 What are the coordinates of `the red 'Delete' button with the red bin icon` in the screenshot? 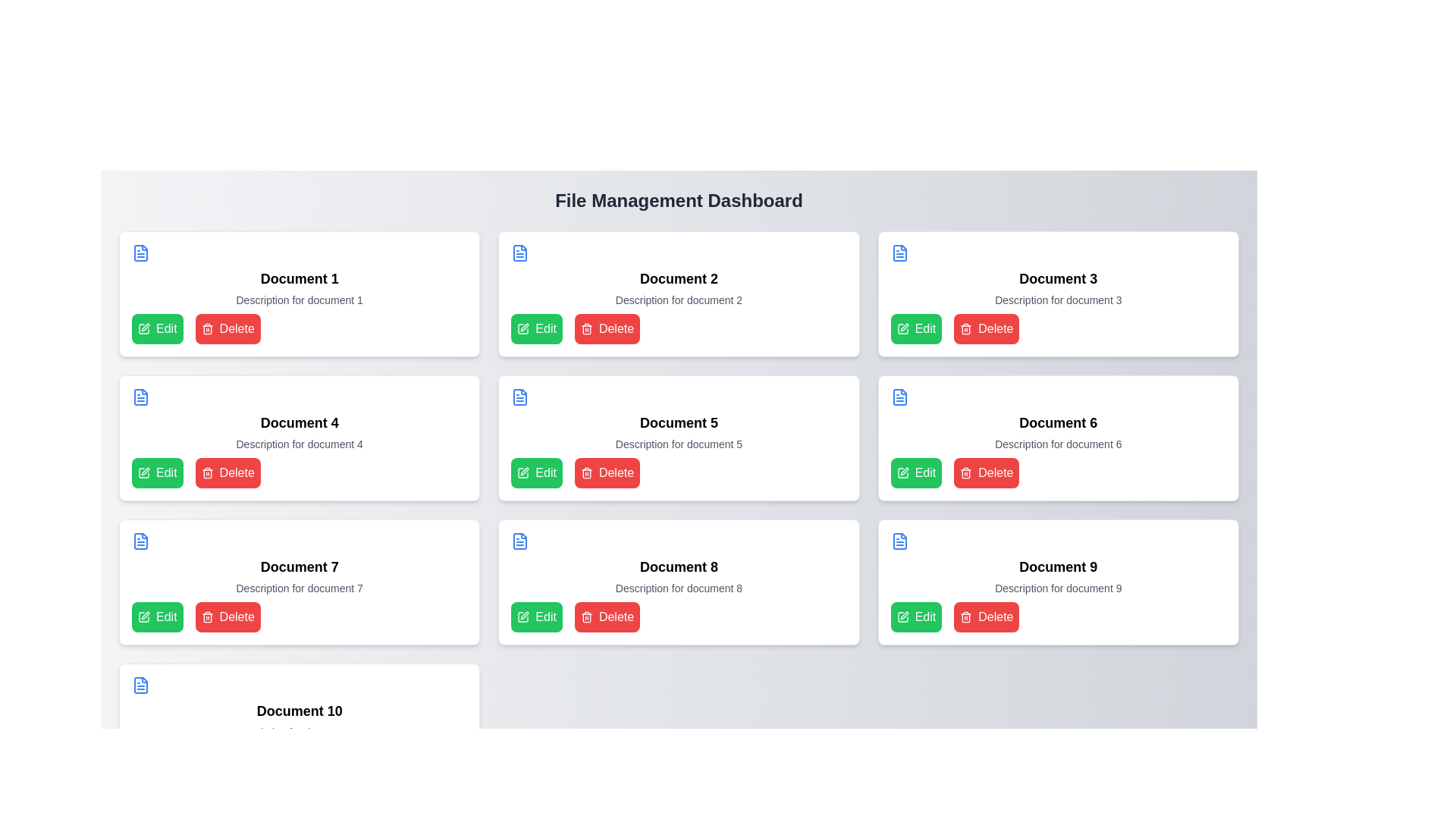 It's located at (965, 617).